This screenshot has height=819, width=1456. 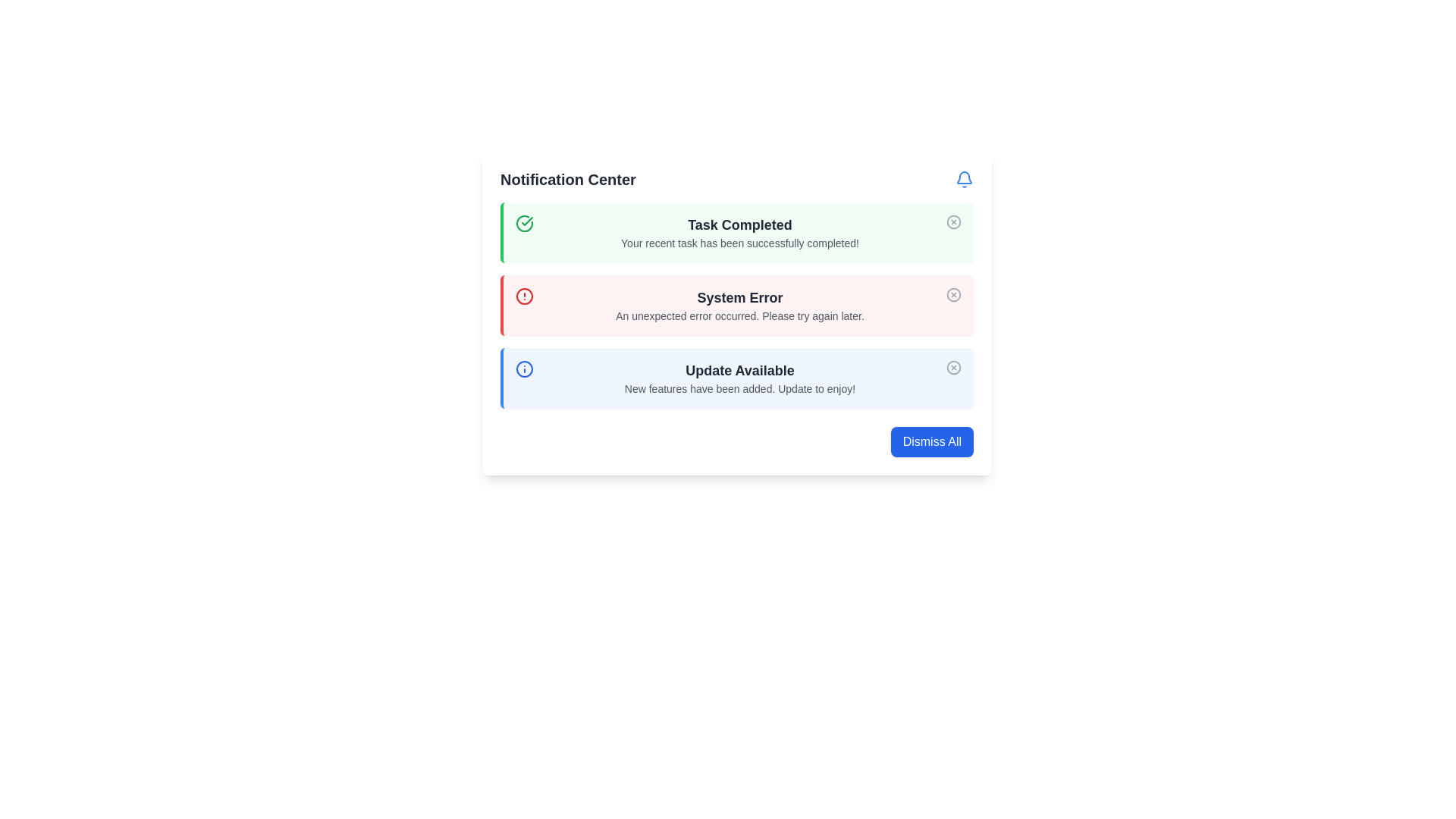 What do you see at coordinates (952, 295) in the screenshot?
I see `the dismiss button on the right side of the 'System Error' notification` at bounding box center [952, 295].